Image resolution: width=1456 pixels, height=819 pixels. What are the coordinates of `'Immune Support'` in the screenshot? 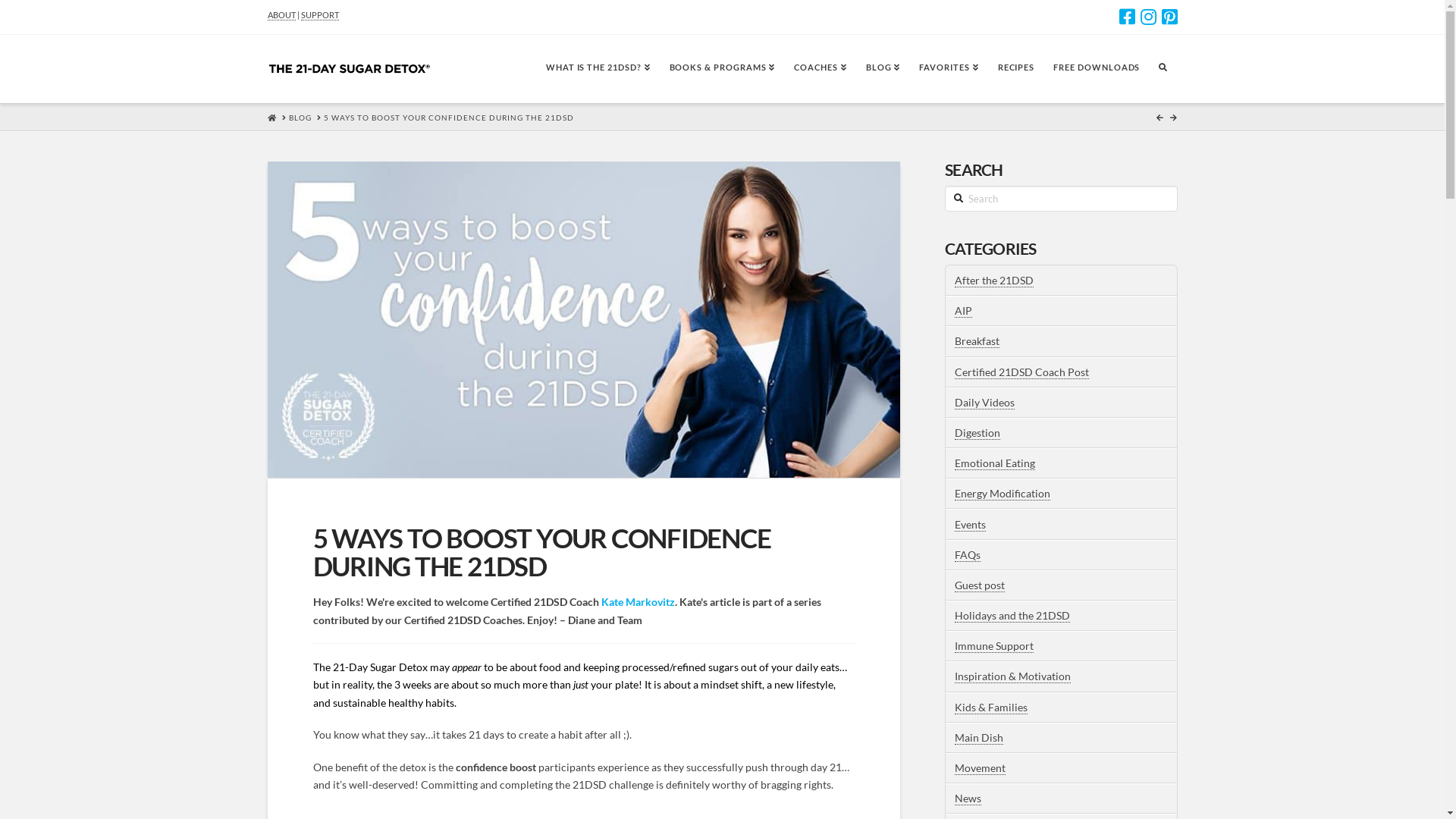 It's located at (993, 646).